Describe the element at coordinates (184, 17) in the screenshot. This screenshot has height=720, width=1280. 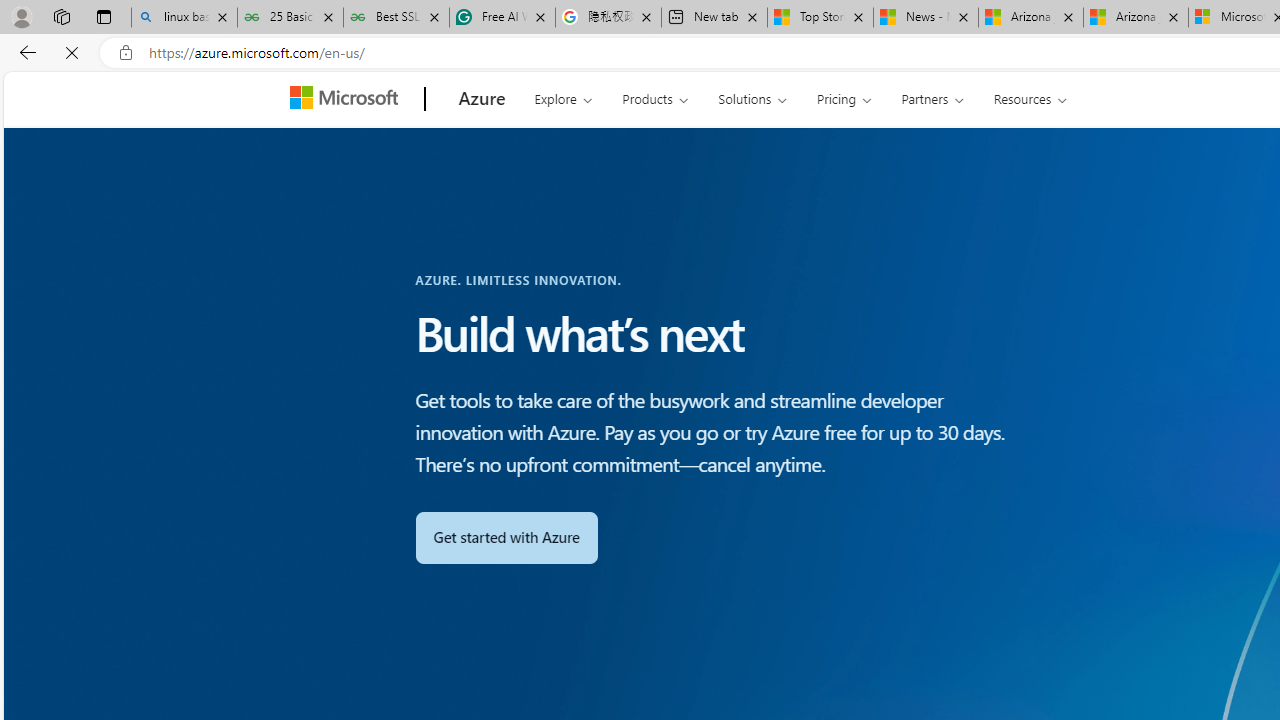
I see `'linux basic - Search'` at that location.